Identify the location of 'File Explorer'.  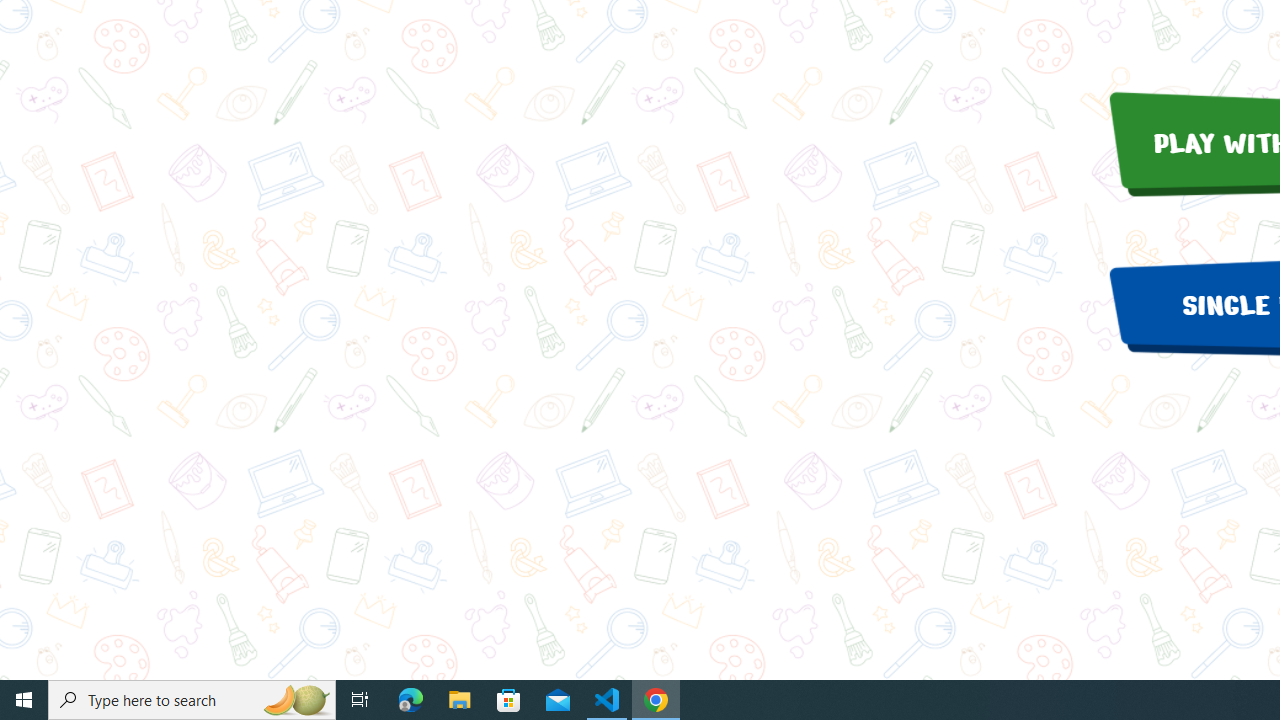
(459, 698).